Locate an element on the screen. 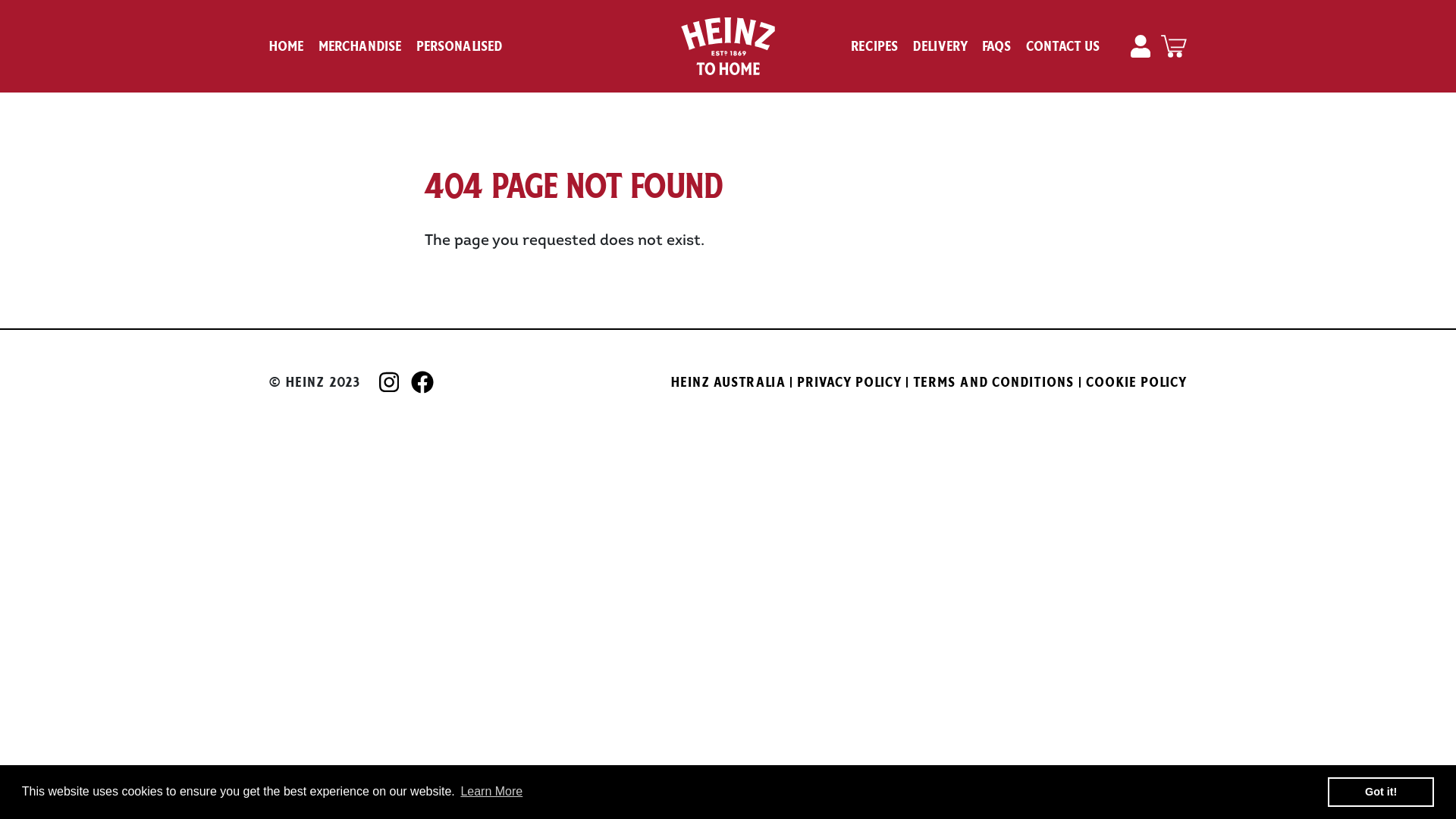  'Got it!' is located at coordinates (1380, 791).